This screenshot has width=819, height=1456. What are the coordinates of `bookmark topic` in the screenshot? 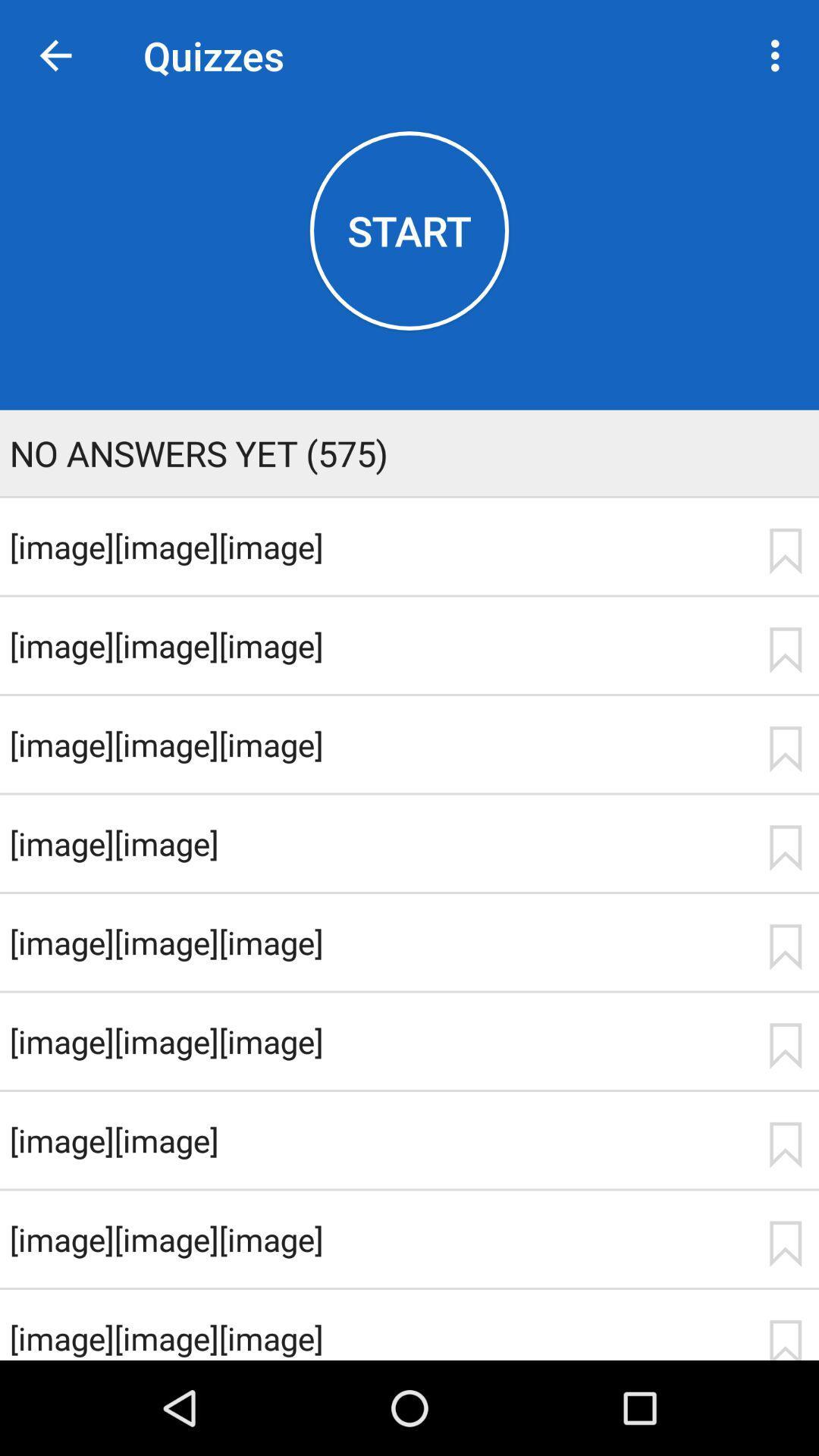 It's located at (785, 1145).